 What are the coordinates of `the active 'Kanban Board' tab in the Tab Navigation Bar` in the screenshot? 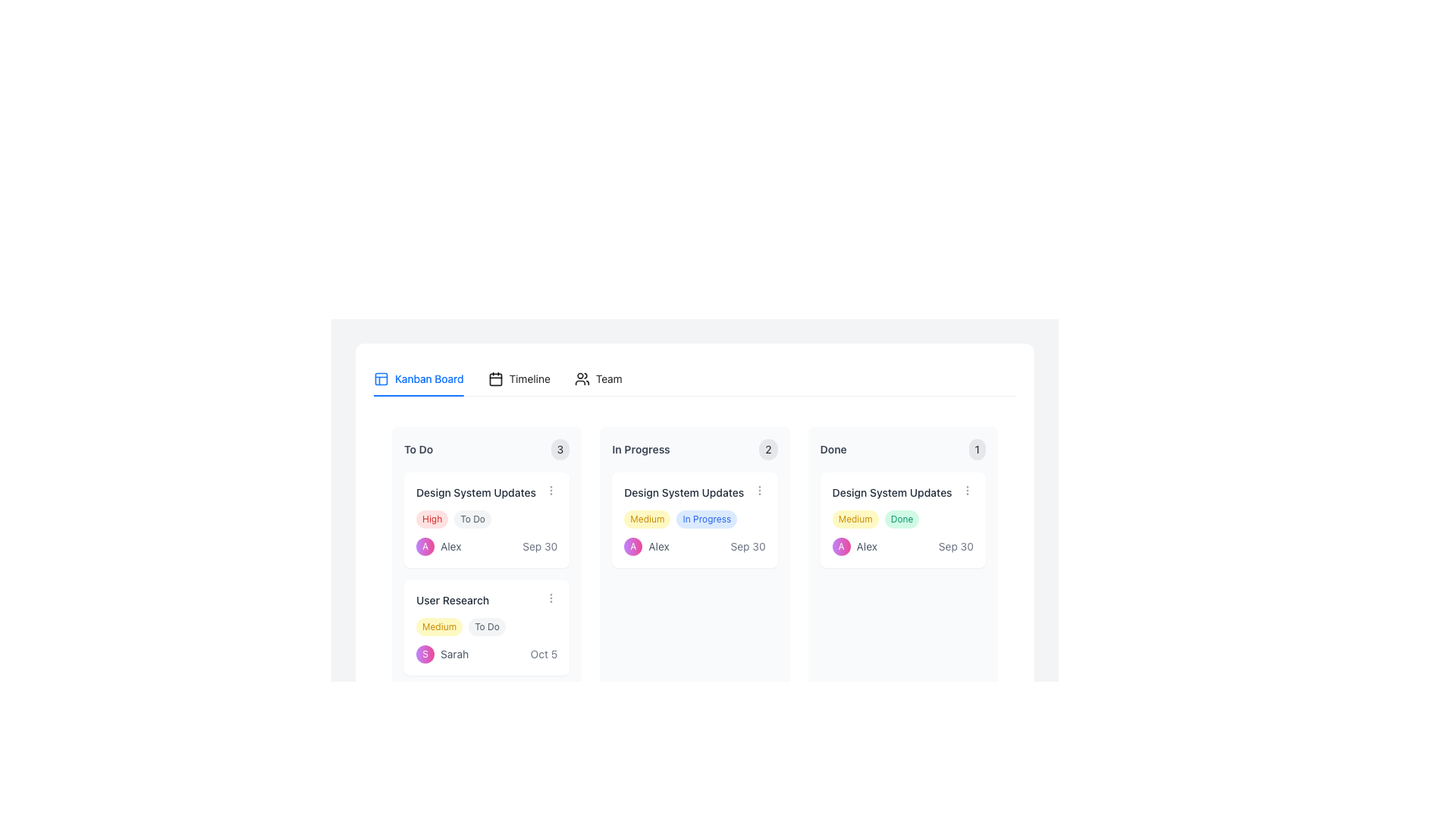 It's located at (694, 378).